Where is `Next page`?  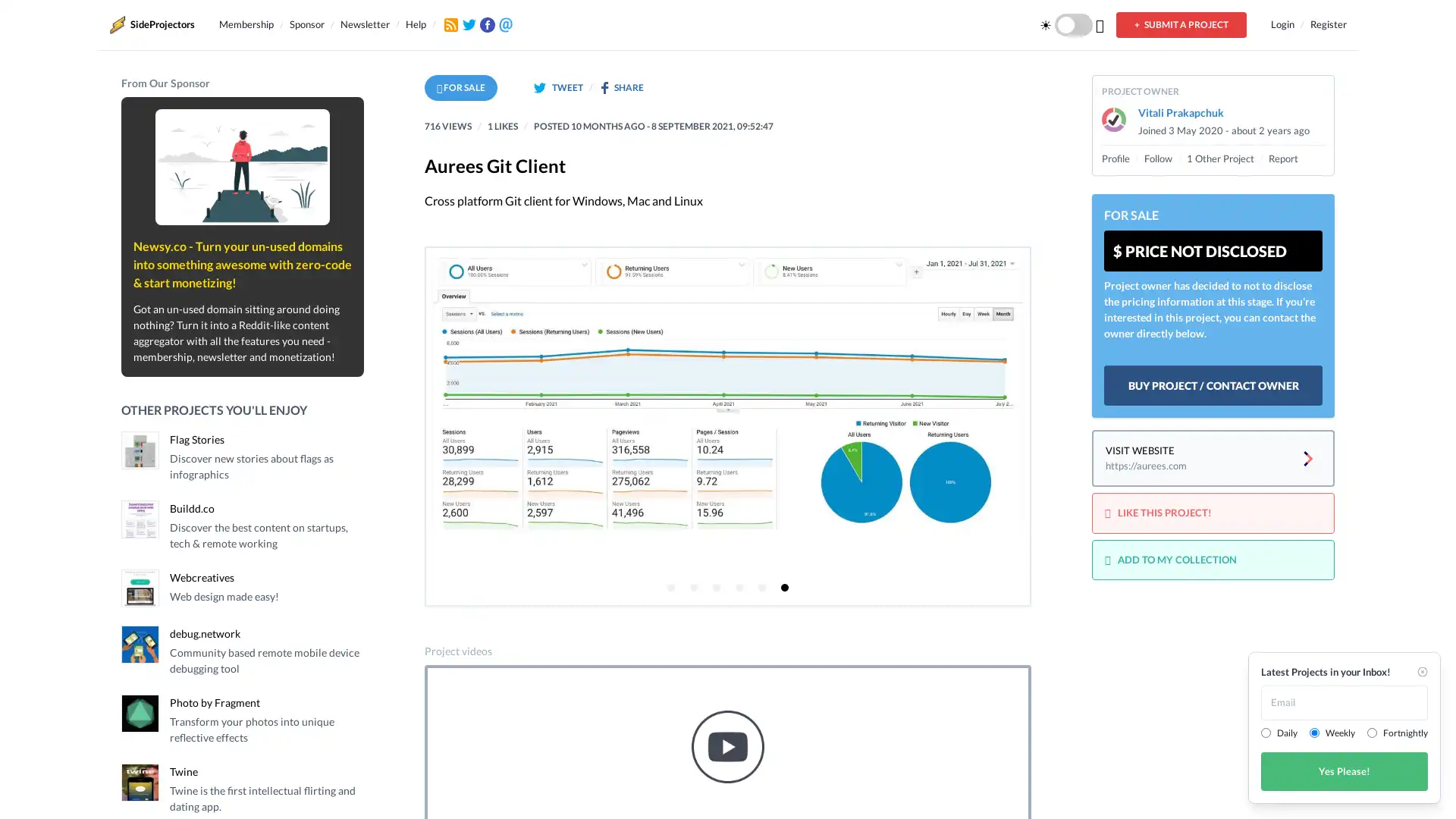 Next page is located at coordinates (1030, 426).